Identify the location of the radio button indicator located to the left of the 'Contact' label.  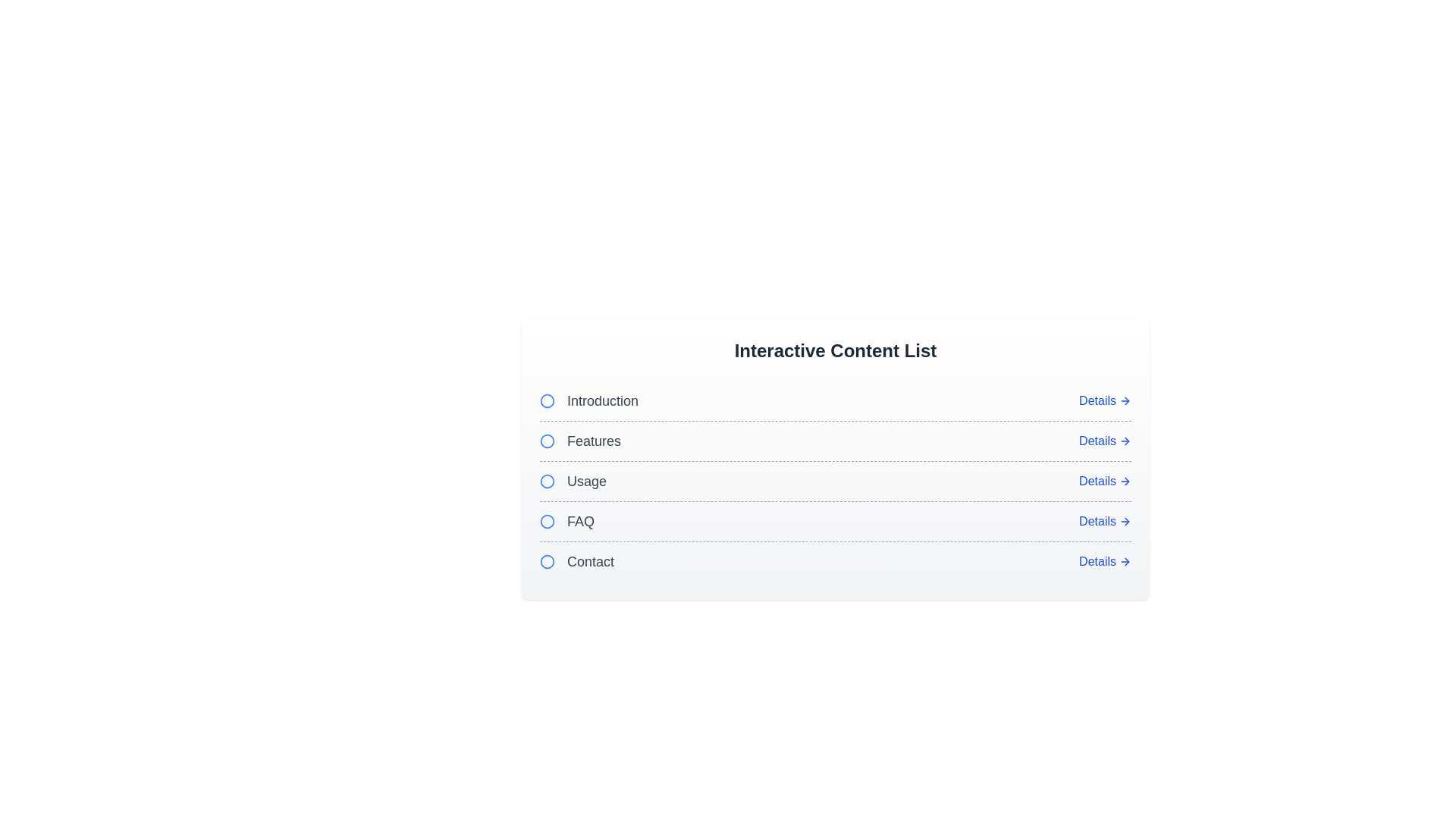
(546, 561).